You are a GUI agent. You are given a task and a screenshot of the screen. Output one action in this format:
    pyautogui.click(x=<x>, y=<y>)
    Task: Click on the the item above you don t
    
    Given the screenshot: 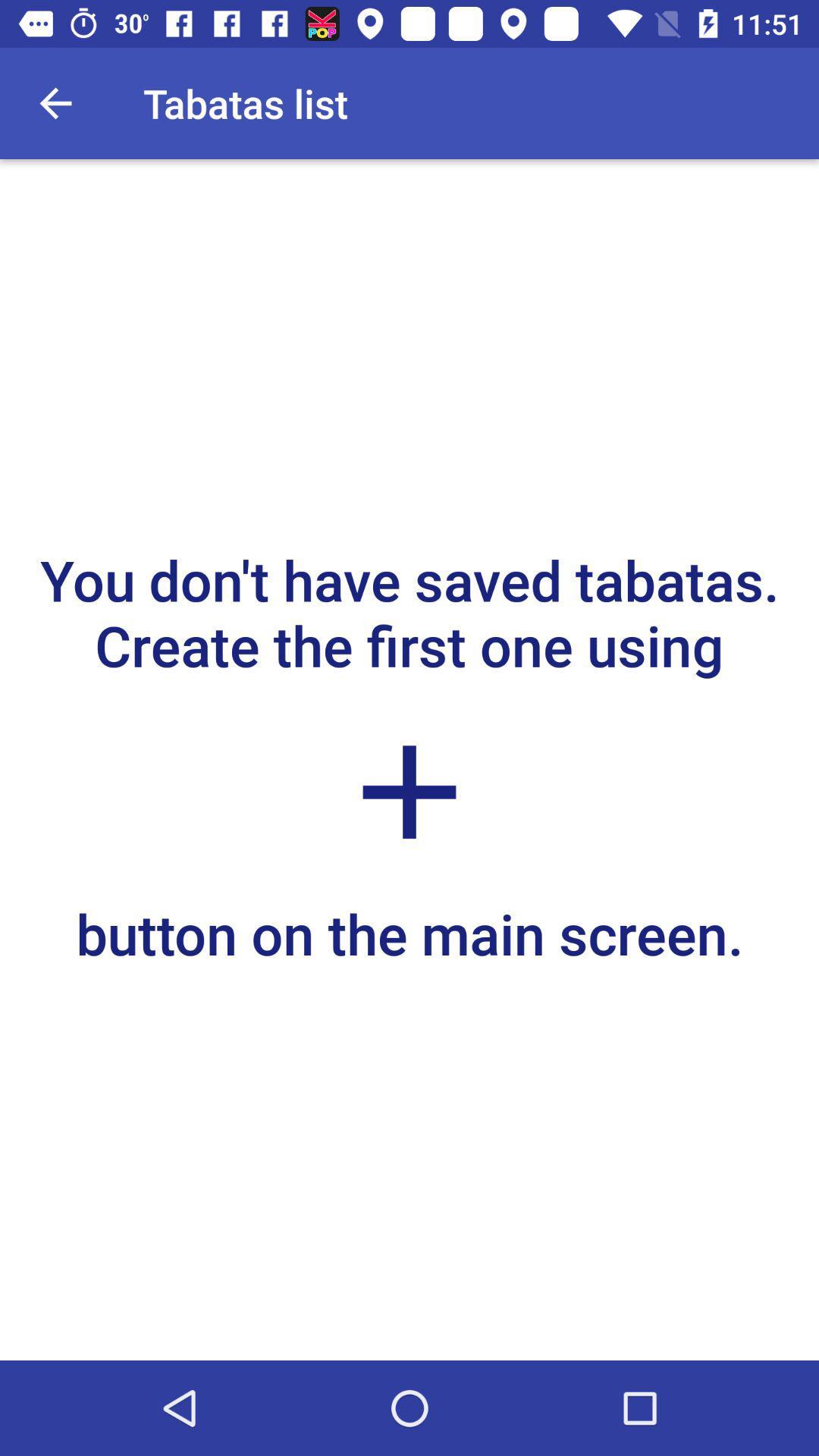 What is the action you would take?
    pyautogui.click(x=55, y=102)
    